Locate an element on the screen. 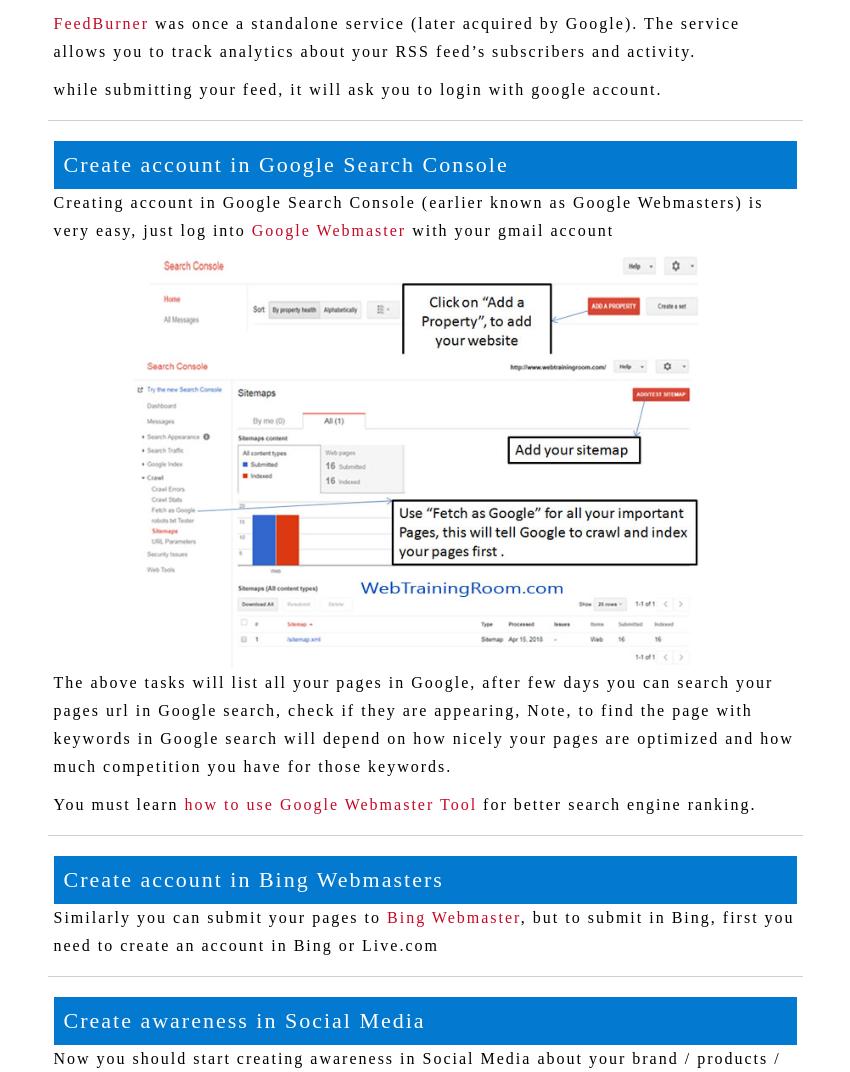 This screenshot has height=1072, width=850. 'The above tasks will list all your pages in Google, after few days you can search your pages url in Google search, check if they are appearing, Note, to find the page with keywords in Google search will depend on how nicely your pages are optimized and how much competition you have for those keywords.' is located at coordinates (422, 723).